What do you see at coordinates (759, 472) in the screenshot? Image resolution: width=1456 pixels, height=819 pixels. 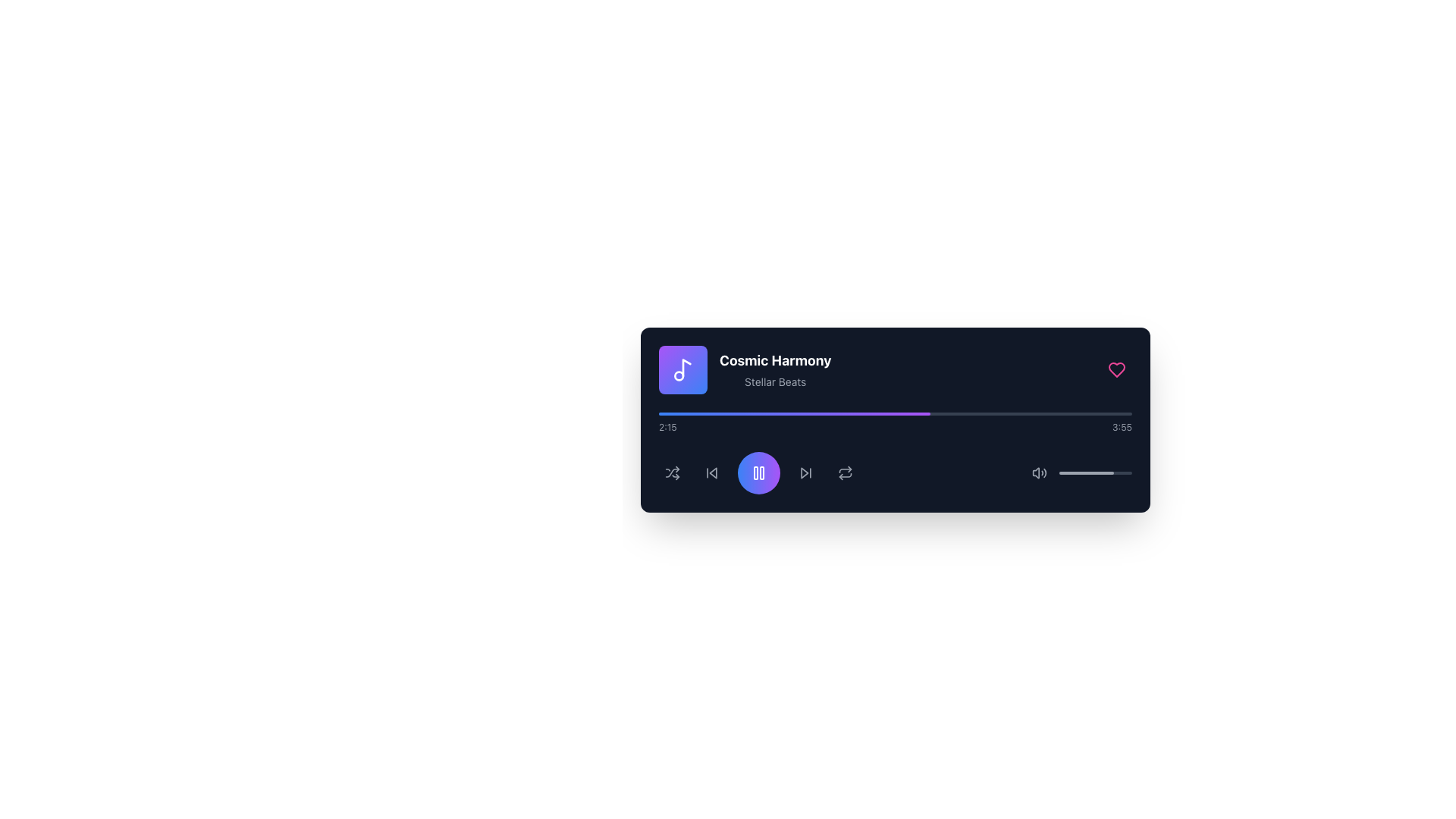 I see `the pause button located in the central position of the audio player control section to halt the playback of the current track` at bounding box center [759, 472].